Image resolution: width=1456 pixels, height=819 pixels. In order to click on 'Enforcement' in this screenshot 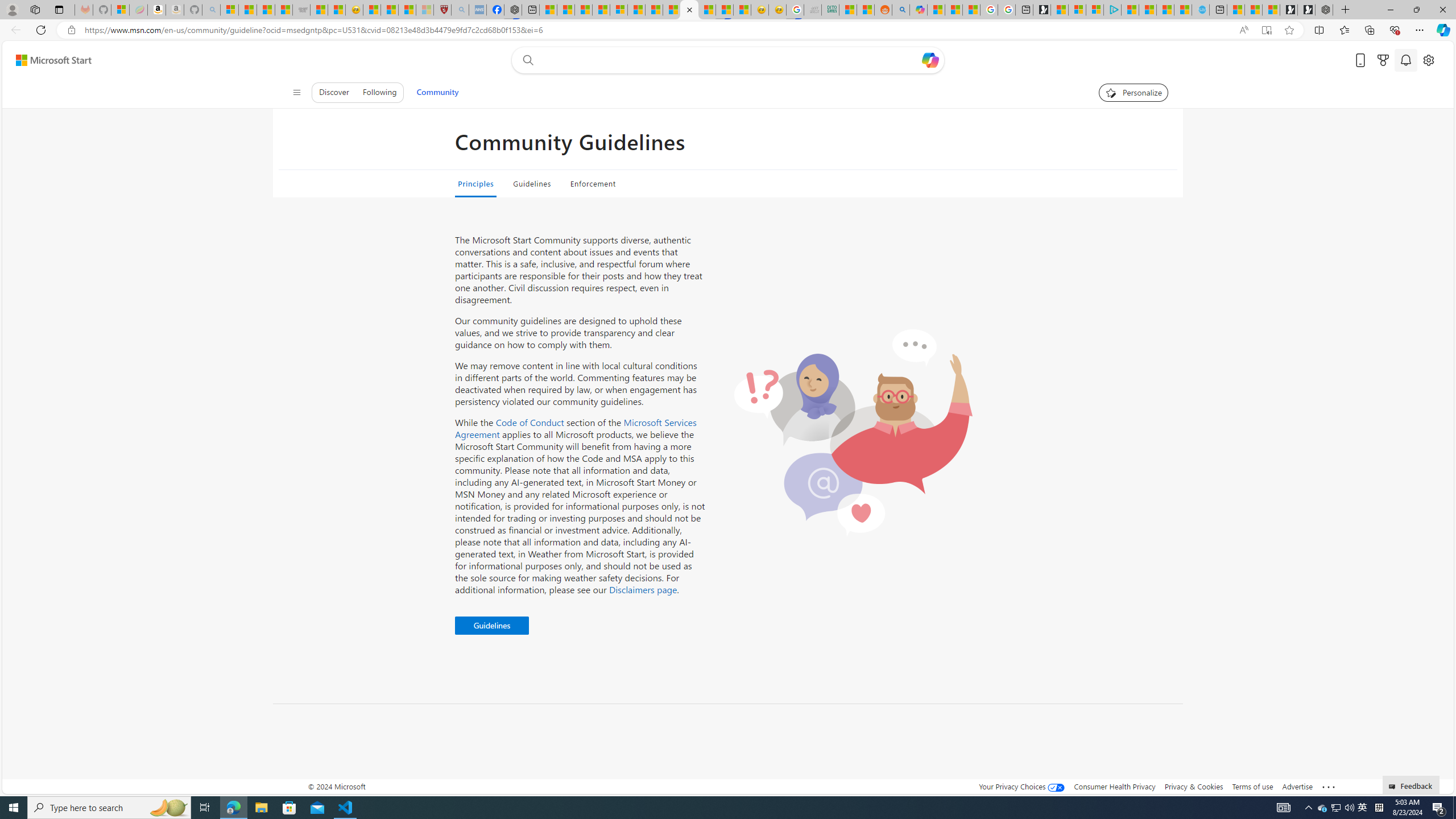, I will do `click(591, 183)`.